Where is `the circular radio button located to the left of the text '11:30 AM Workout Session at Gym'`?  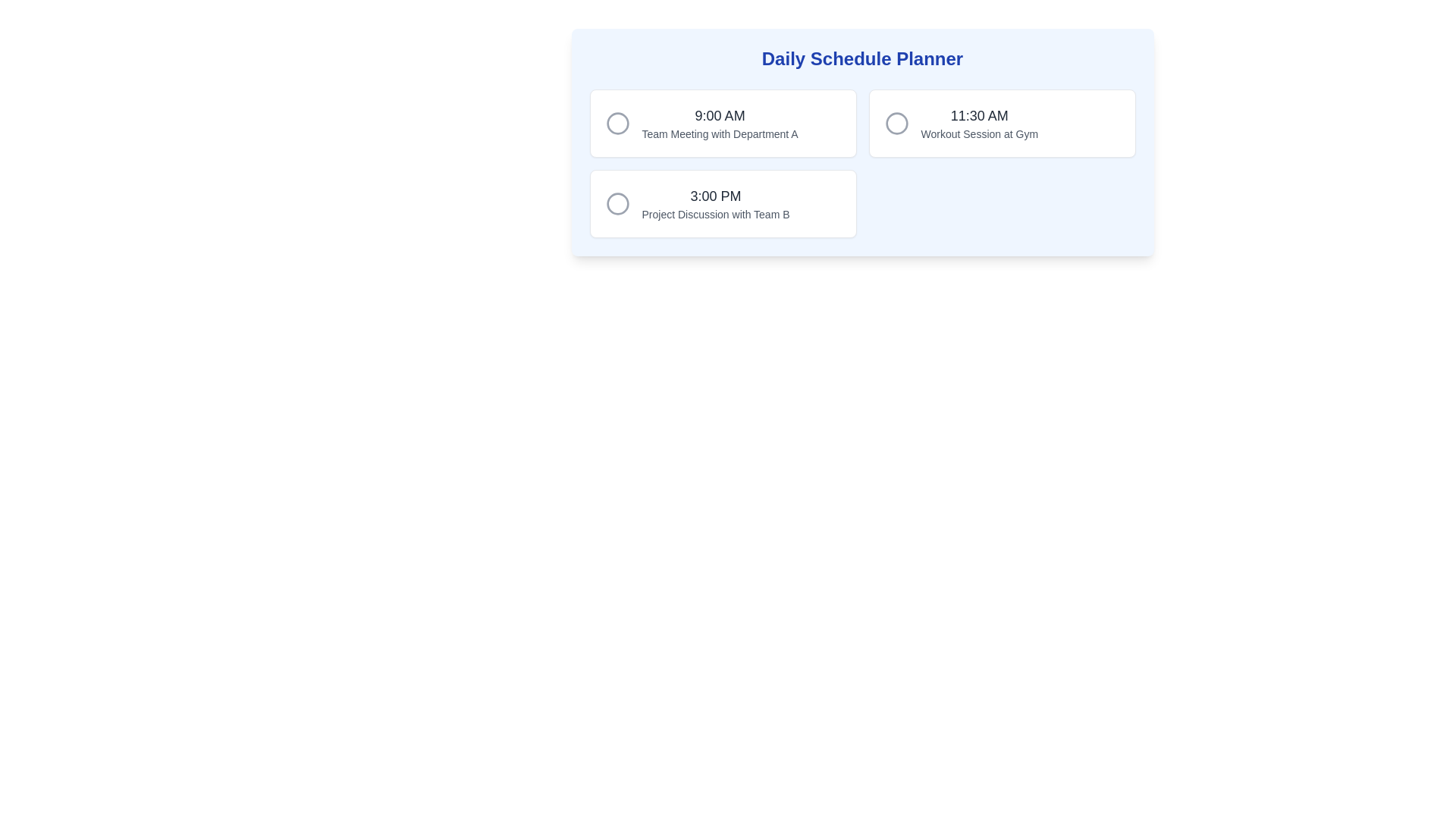
the circular radio button located to the left of the text '11:30 AM Workout Session at Gym' is located at coordinates (896, 122).